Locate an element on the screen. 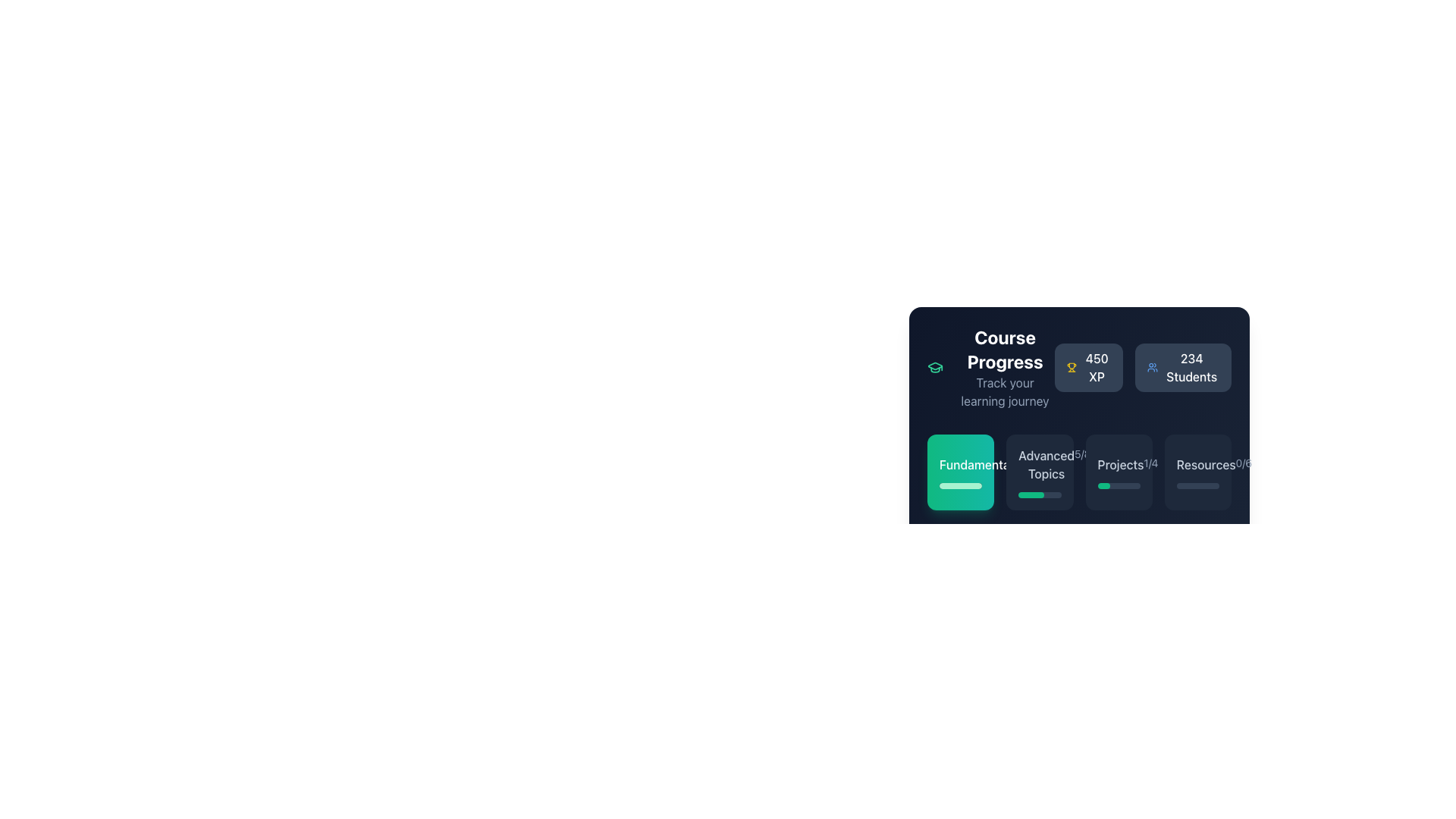  the filled portion of the progress bar located beneath the 'Course Progress' section, which is a horizontal bar with a vibrant green fill representing 60% completion is located at coordinates (1031, 494).